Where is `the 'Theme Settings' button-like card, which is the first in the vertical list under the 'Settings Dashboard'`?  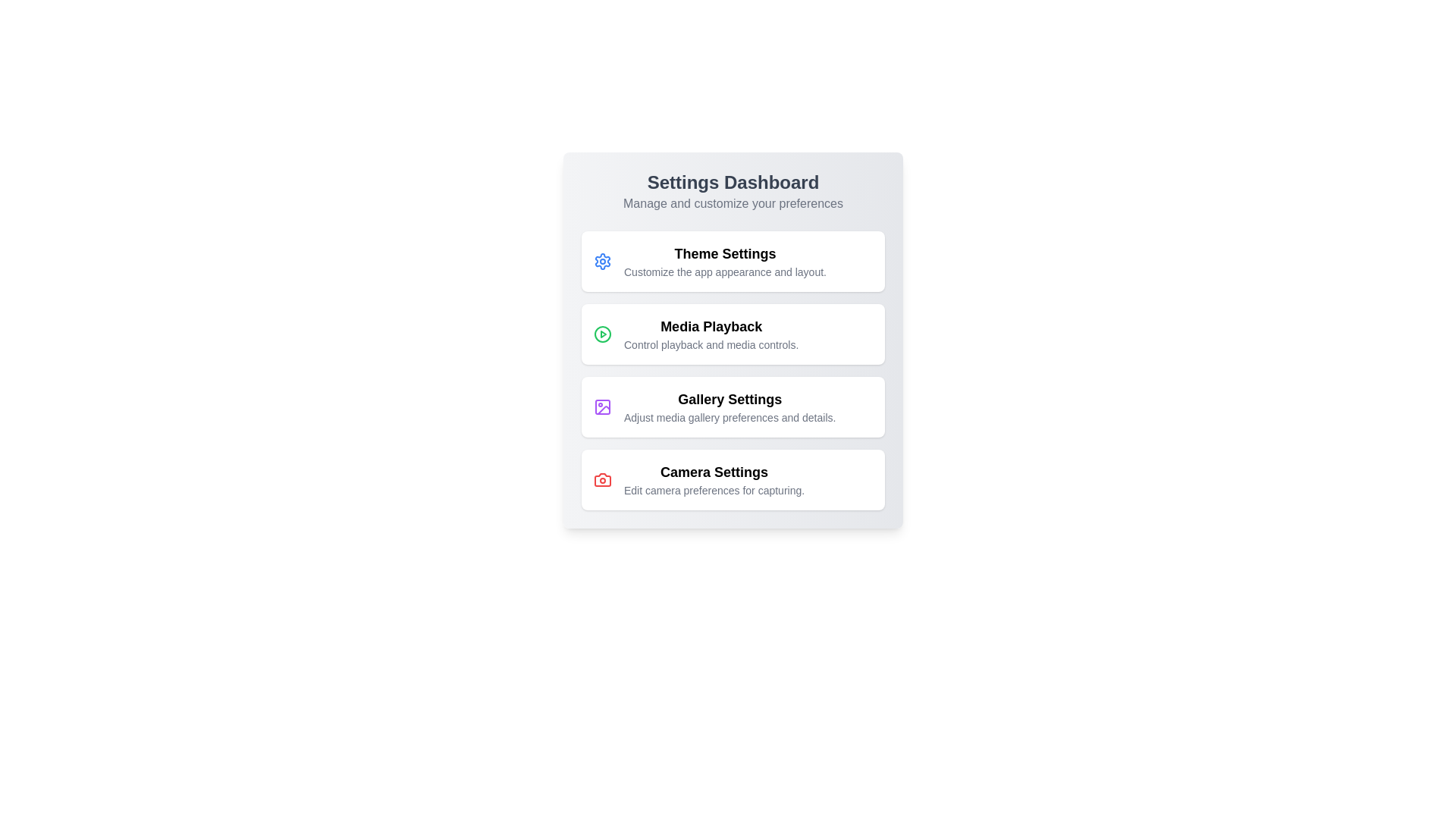 the 'Theme Settings' button-like card, which is the first in the vertical list under the 'Settings Dashboard' is located at coordinates (733, 260).